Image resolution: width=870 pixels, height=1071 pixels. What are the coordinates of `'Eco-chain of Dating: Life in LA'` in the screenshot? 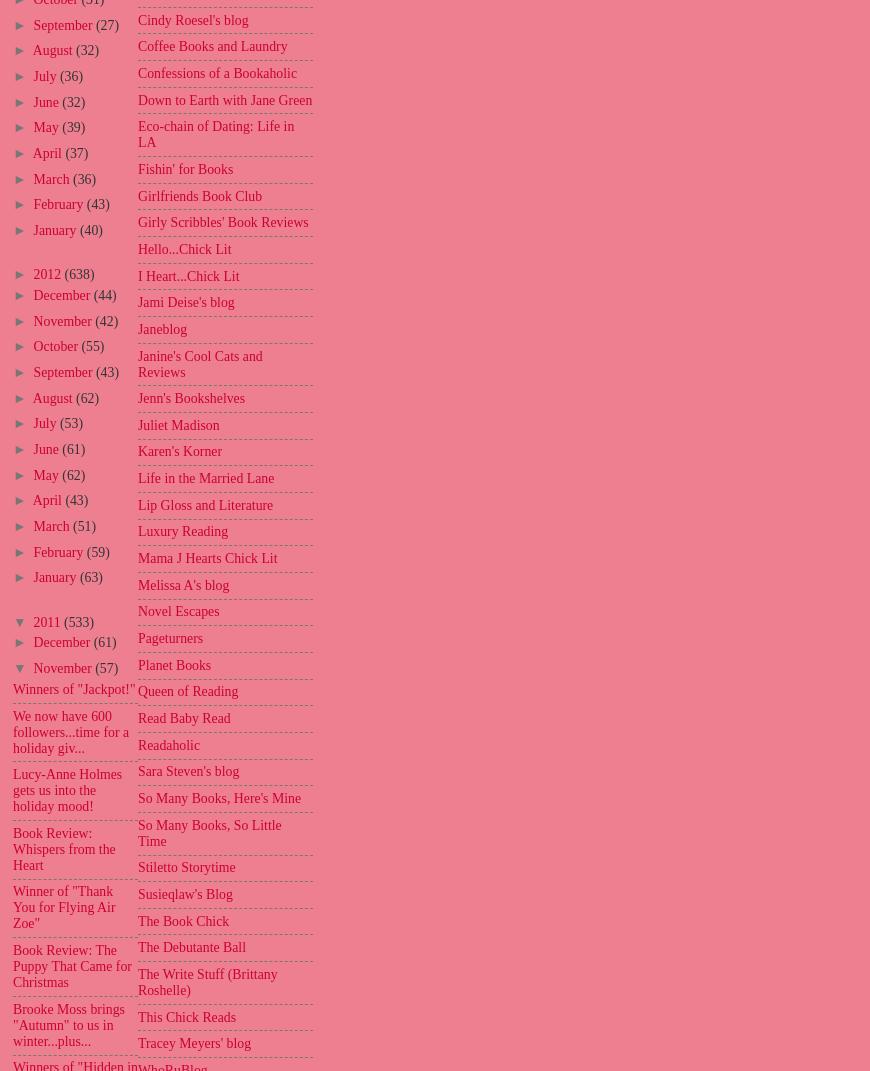 It's located at (215, 134).